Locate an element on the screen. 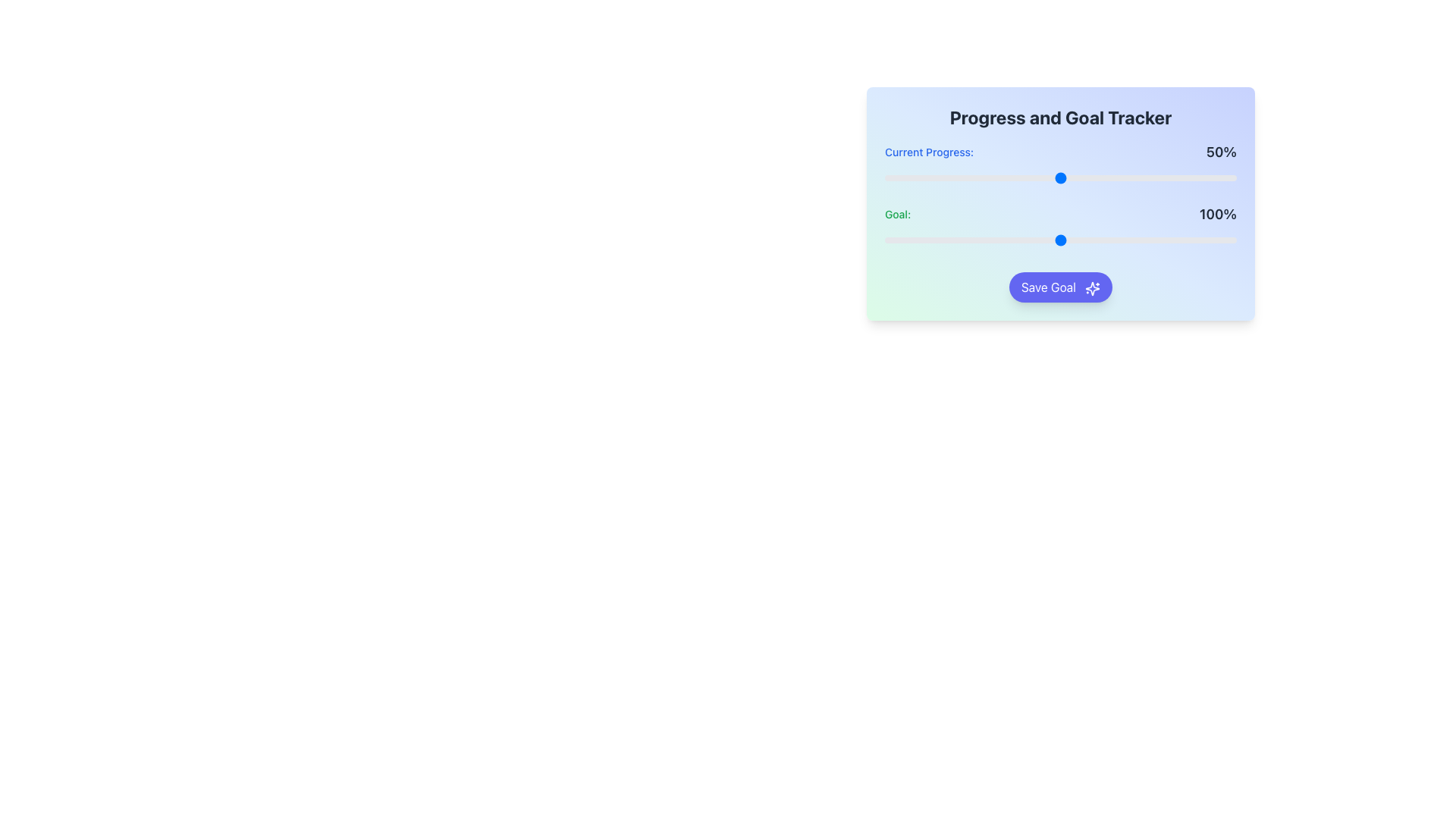 This screenshot has width=1456, height=819. the slider is located at coordinates (1099, 177).